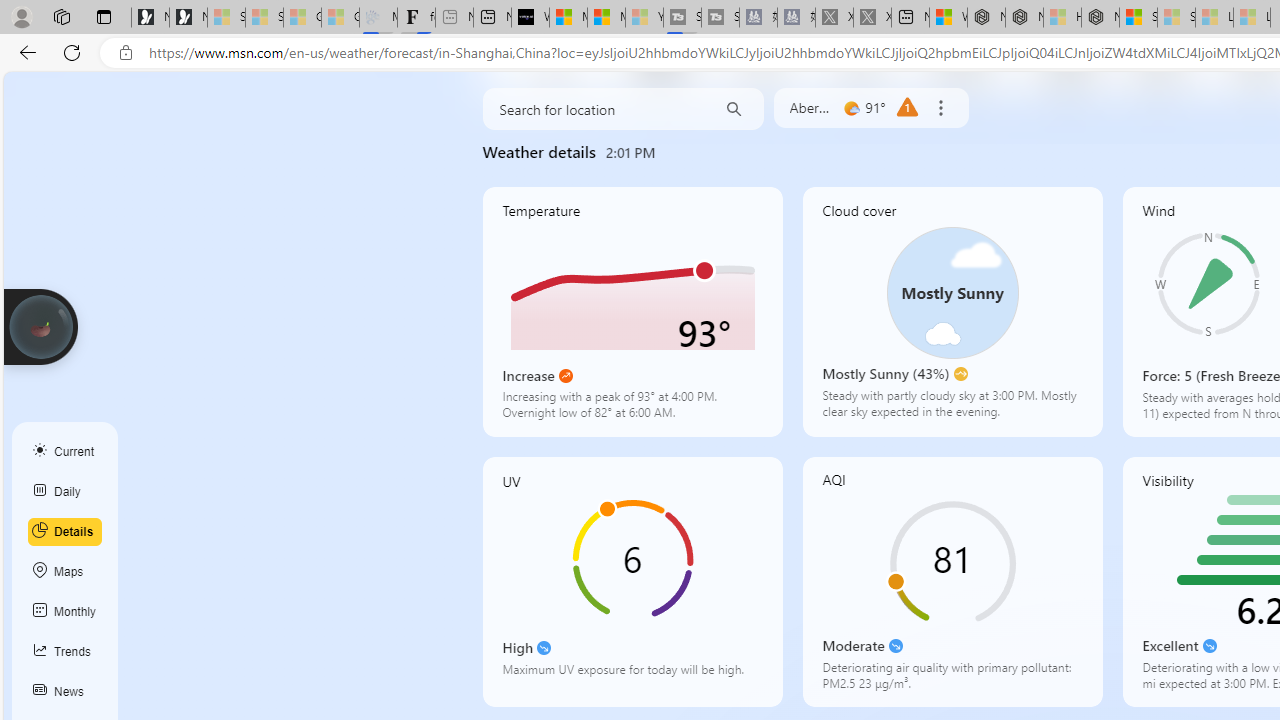  Describe the element at coordinates (631, 675) in the screenshot. I see `'Maximum UV exposure for today will be high.'` at that location.